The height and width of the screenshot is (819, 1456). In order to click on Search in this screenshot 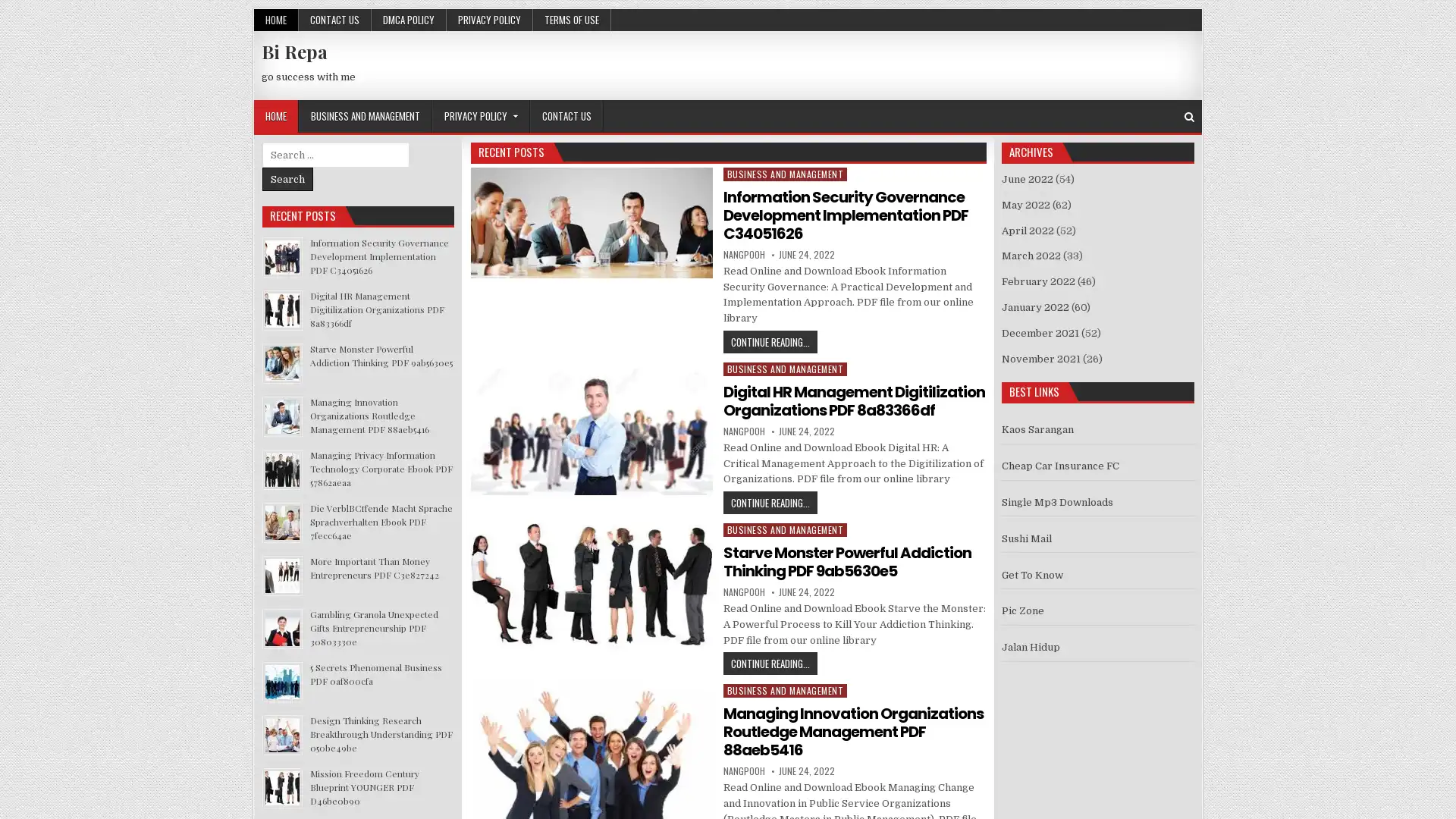, I will do `click(287, 178)`.